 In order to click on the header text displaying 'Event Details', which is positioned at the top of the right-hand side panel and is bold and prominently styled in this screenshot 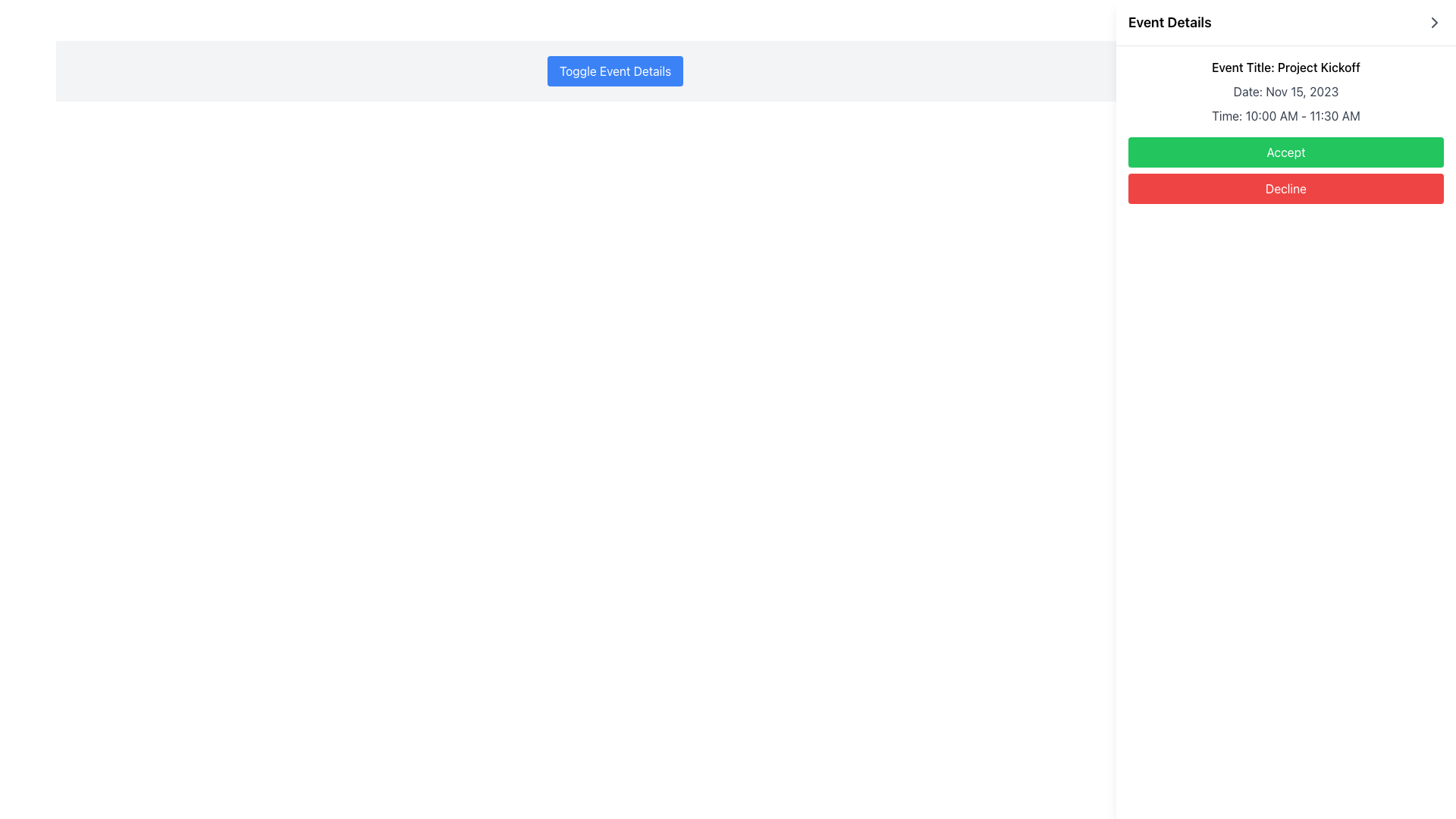, I will do `click(1169, 23)`.